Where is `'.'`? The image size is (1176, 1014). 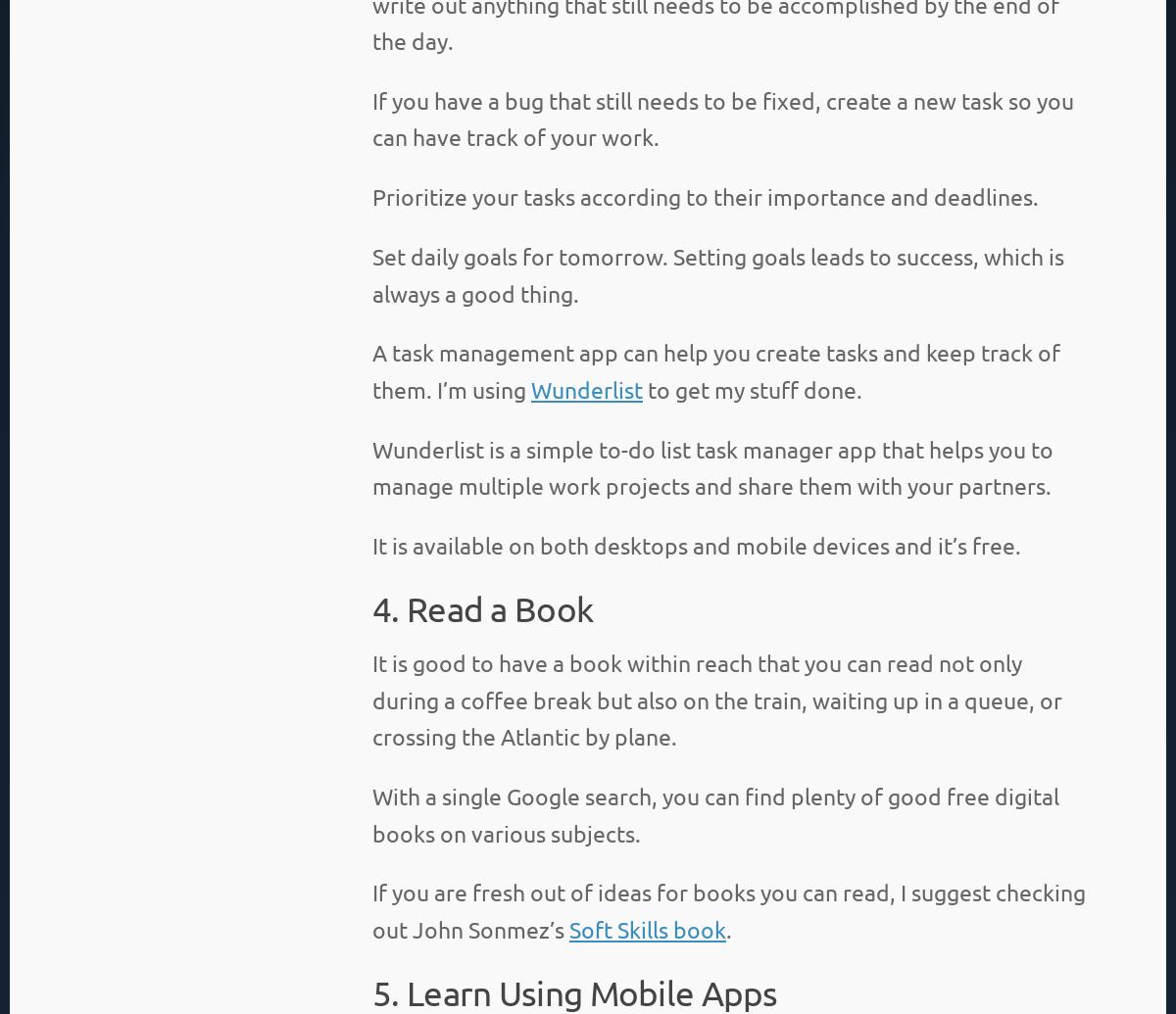
'.' is located at coordinates (726, 927).